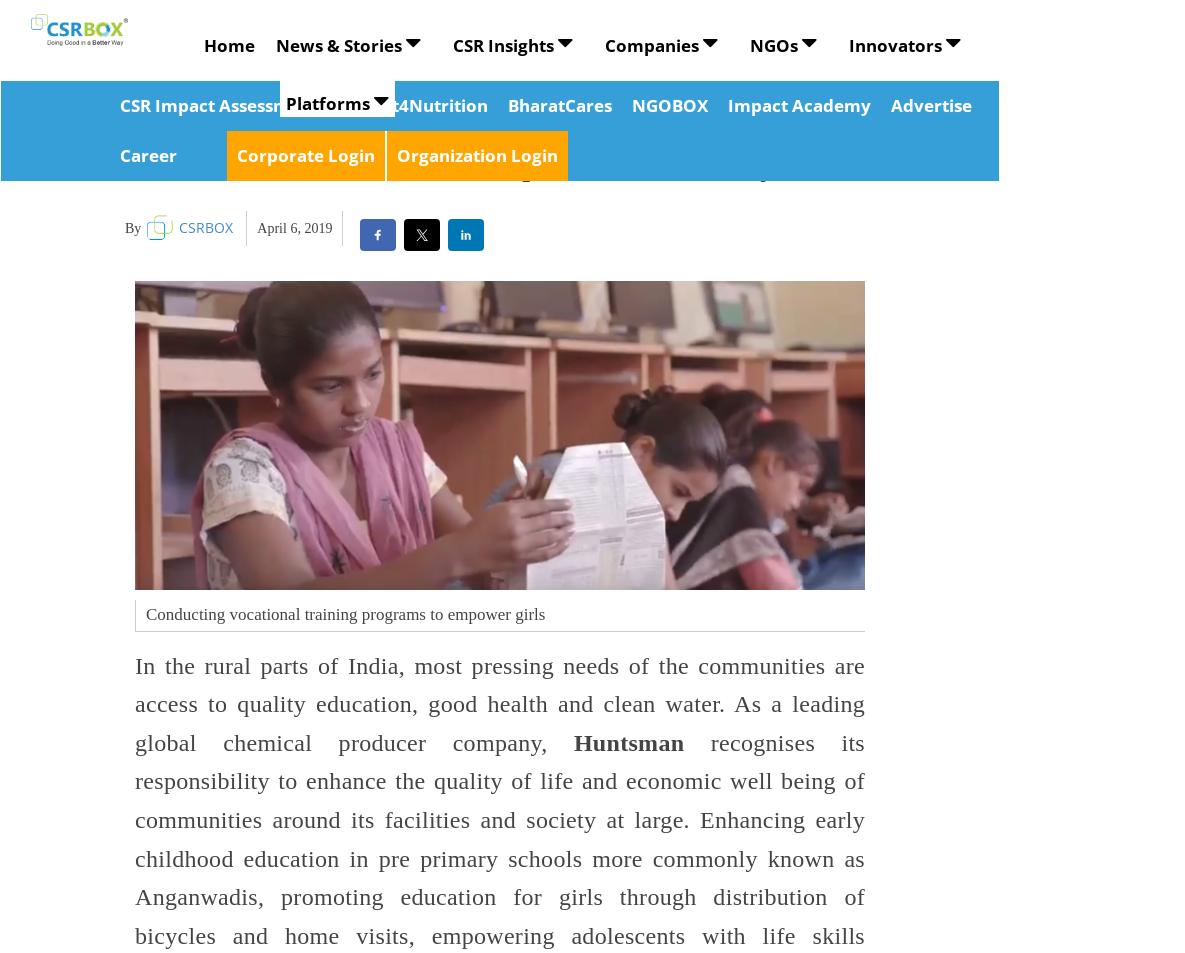  I want to click on 'NGOs', so click(749, 44).